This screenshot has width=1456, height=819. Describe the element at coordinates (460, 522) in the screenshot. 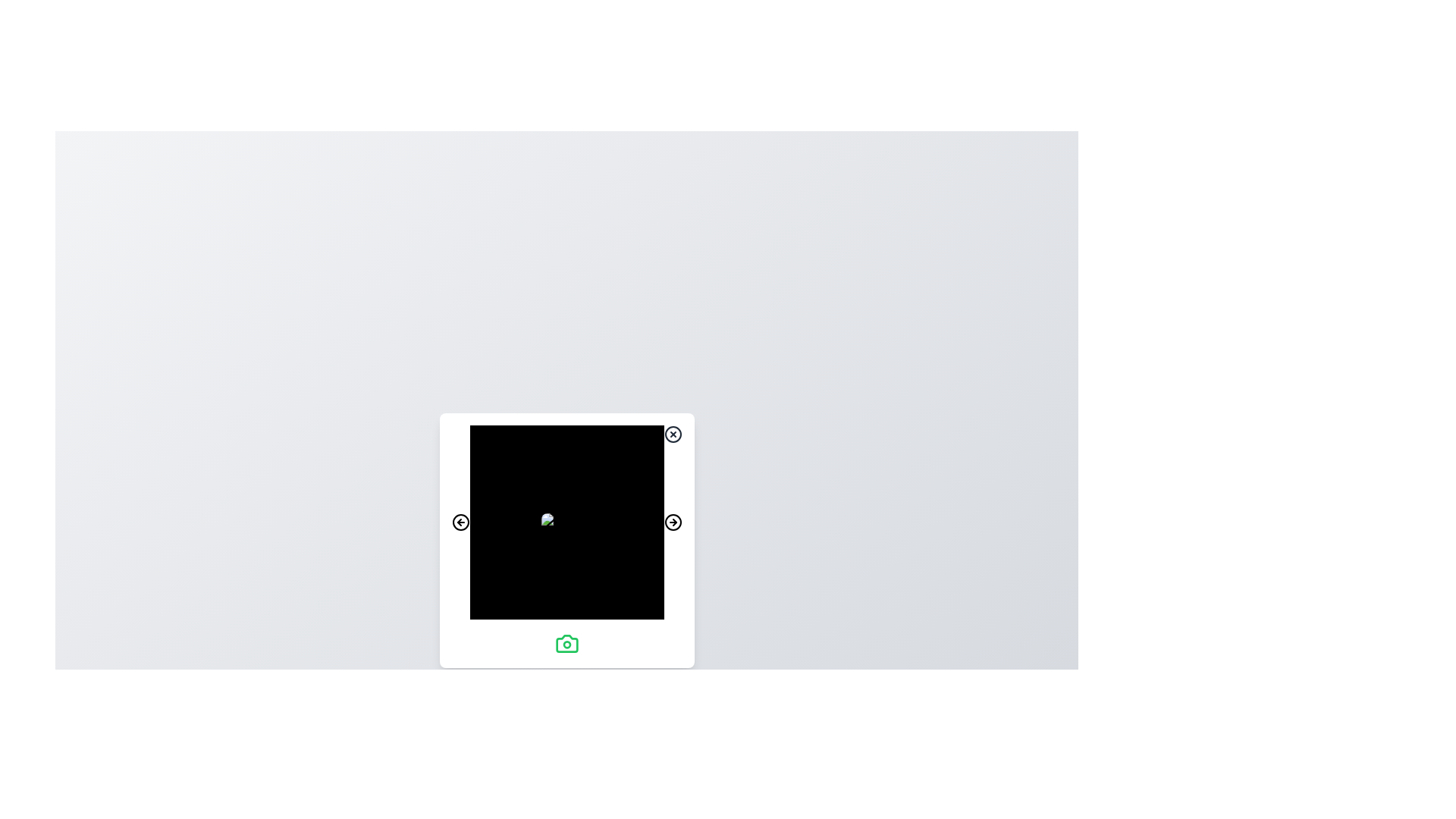

I see `the SVG circle element located at the center of a navigation icon on the left side, which indicates a back or previous action` at that location.